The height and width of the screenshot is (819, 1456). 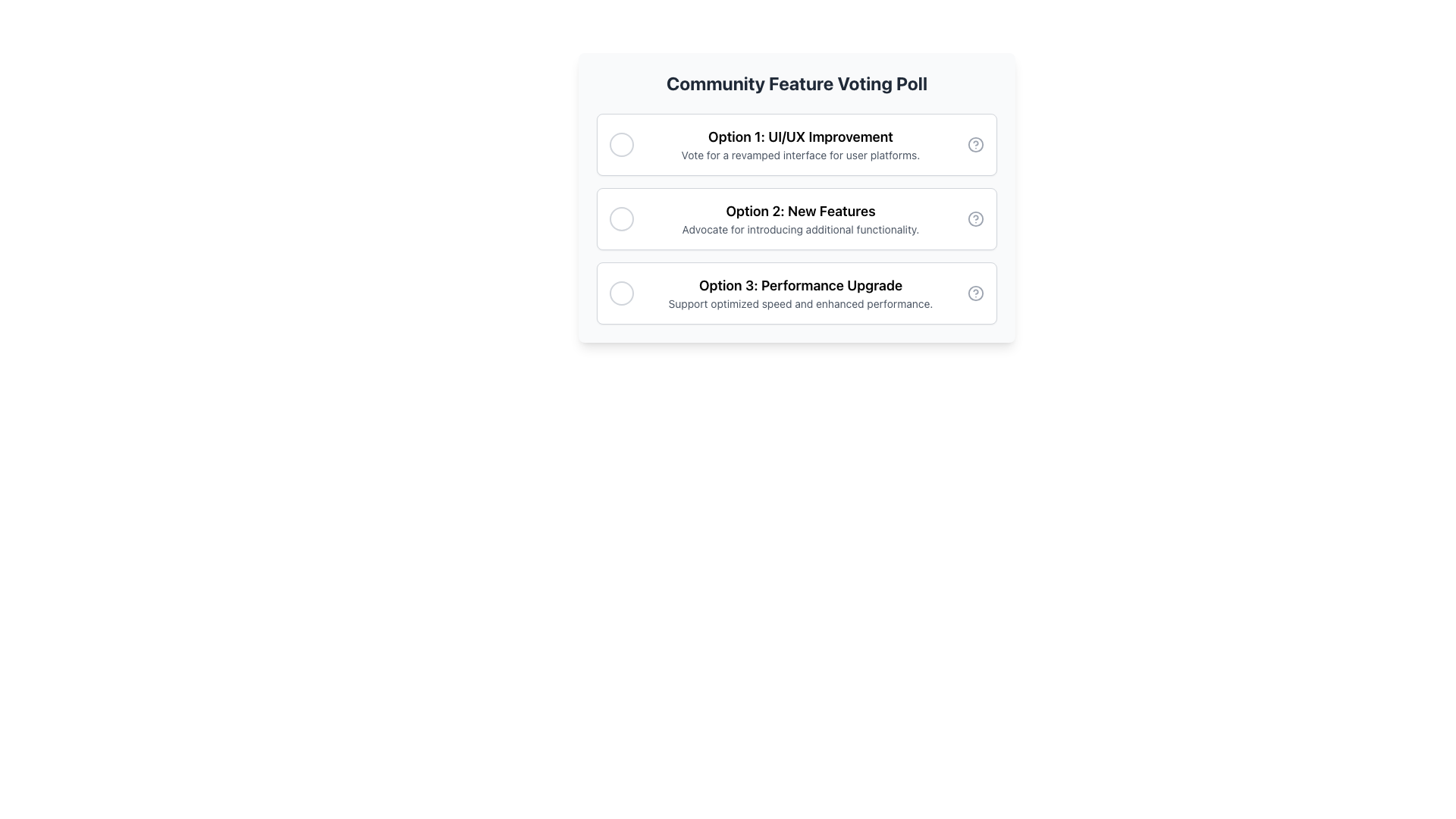 I want to click on information from the text label displaying 'Advocate for introducing additional functionality.' located beneath 'Option 2: New Features', so click(x=800, y=230).